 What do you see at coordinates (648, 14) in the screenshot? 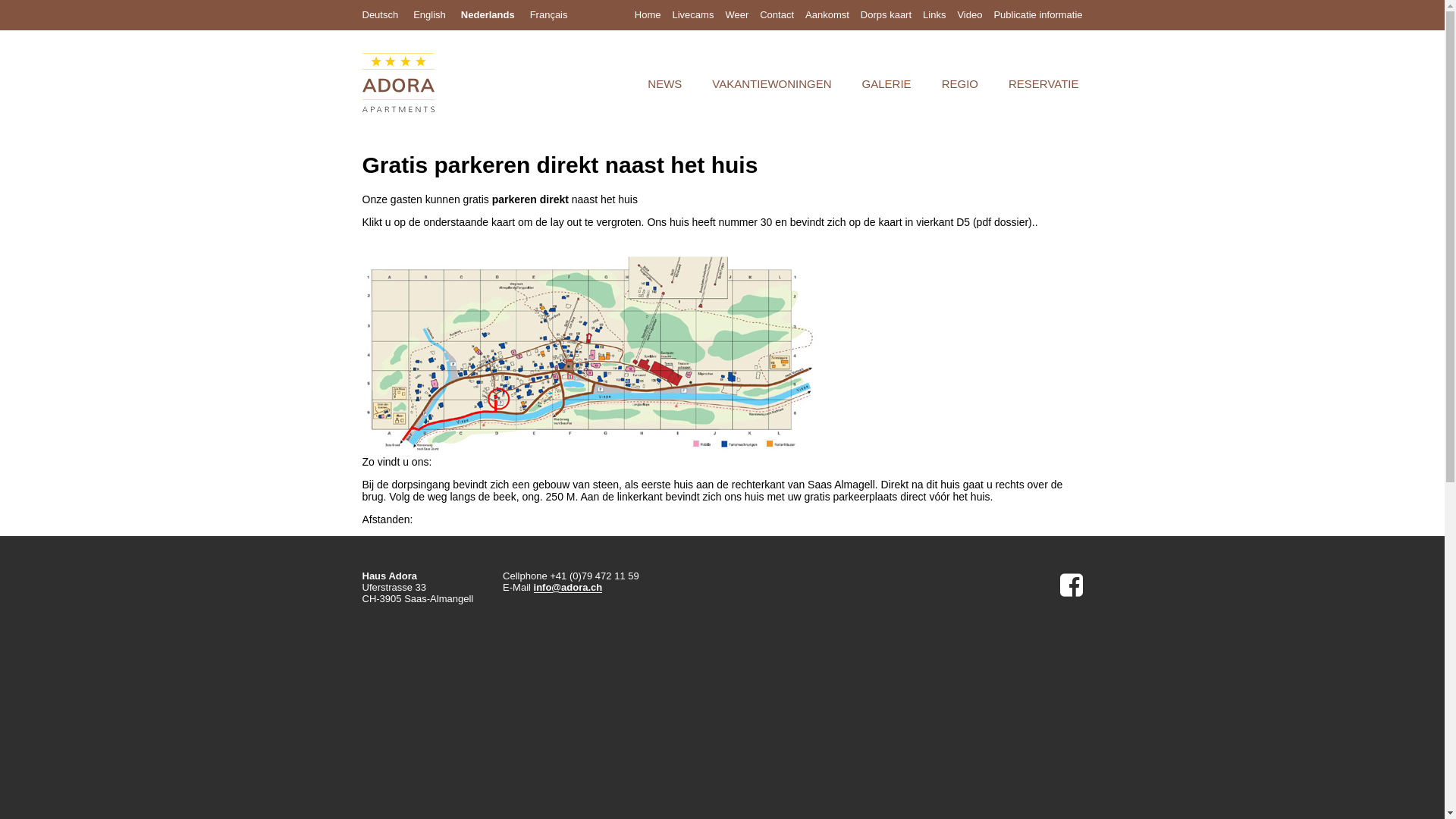
I see `'Home'` at bounding box center [648, 14].